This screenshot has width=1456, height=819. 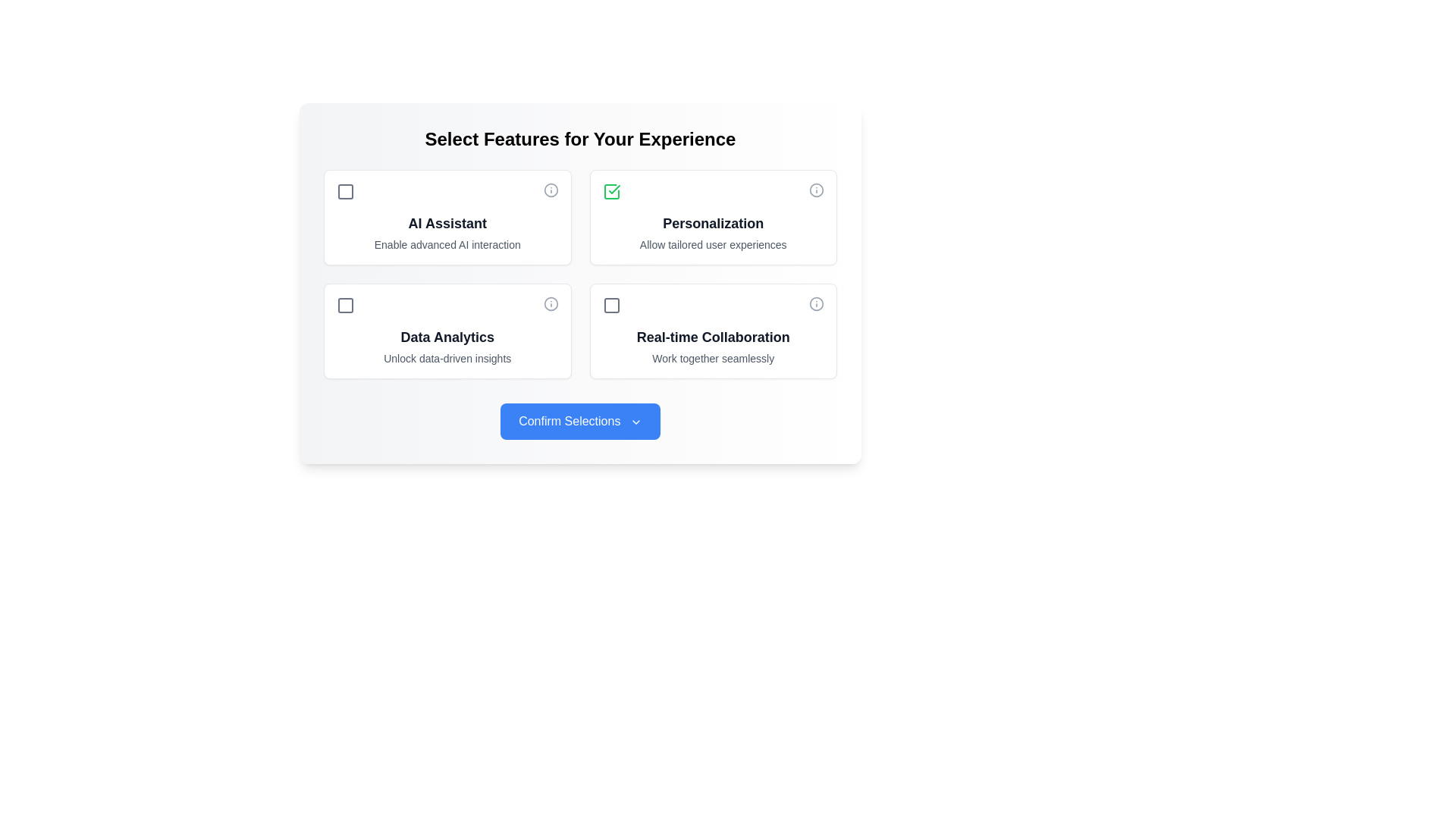 What do you see at coordinates (712, 233) in the screenshot?
I see `title 'Personalization' and subtitle 'Allow tailored user experiences' from the descriptive label element located in the top-right quadrant under 'Select Features for Your Experience'` at bounding box center [712, 233].